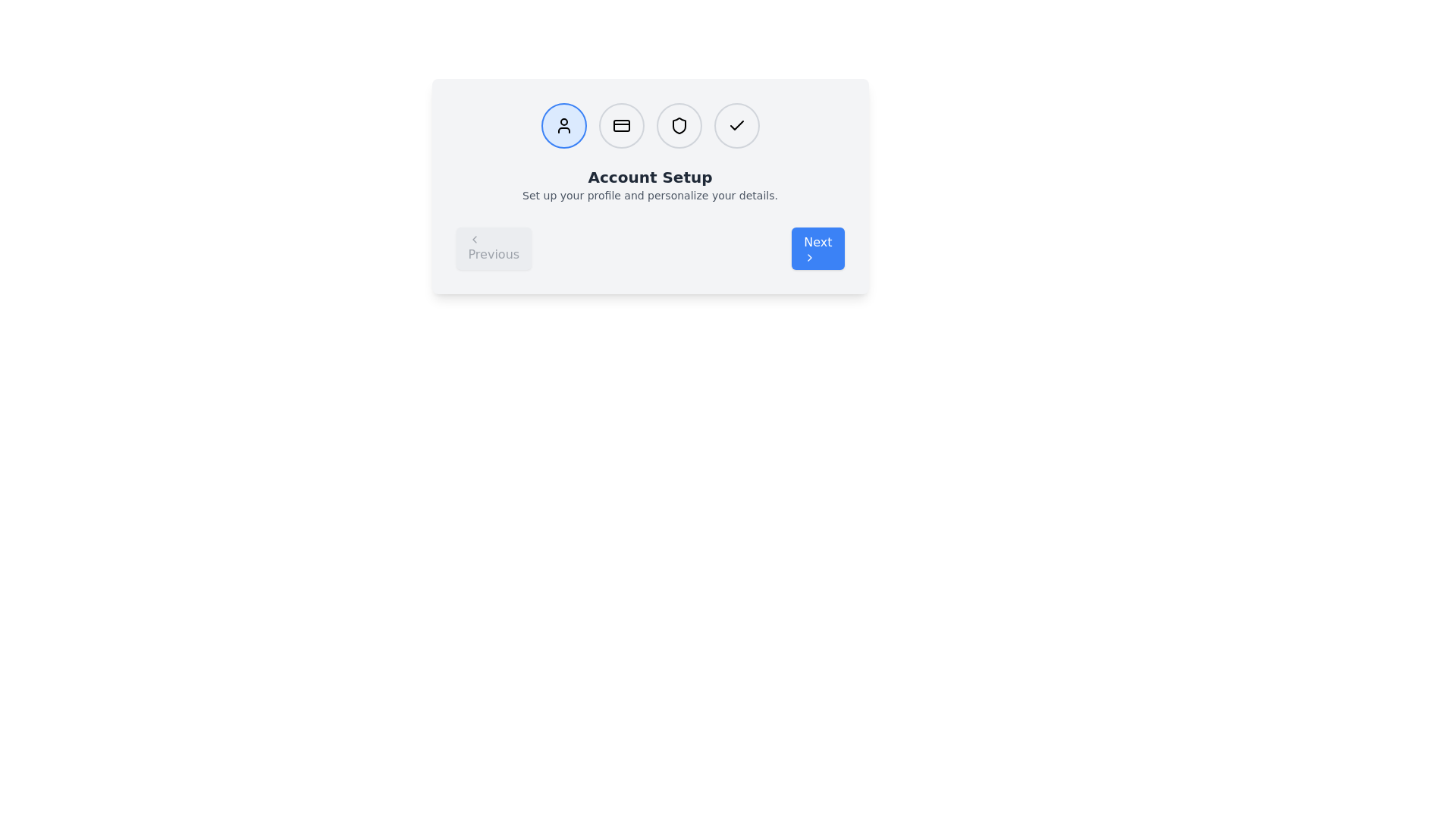 The width and height of the screenshot is (1456, 819). Describe the element at coordinates (736, 124) in the screenshot. I see `the checkmark icon, which is a black stroke visual checkmark with a hook shape, located in the top-right section of the icon group above the 'Account Setup' text label` at that location.